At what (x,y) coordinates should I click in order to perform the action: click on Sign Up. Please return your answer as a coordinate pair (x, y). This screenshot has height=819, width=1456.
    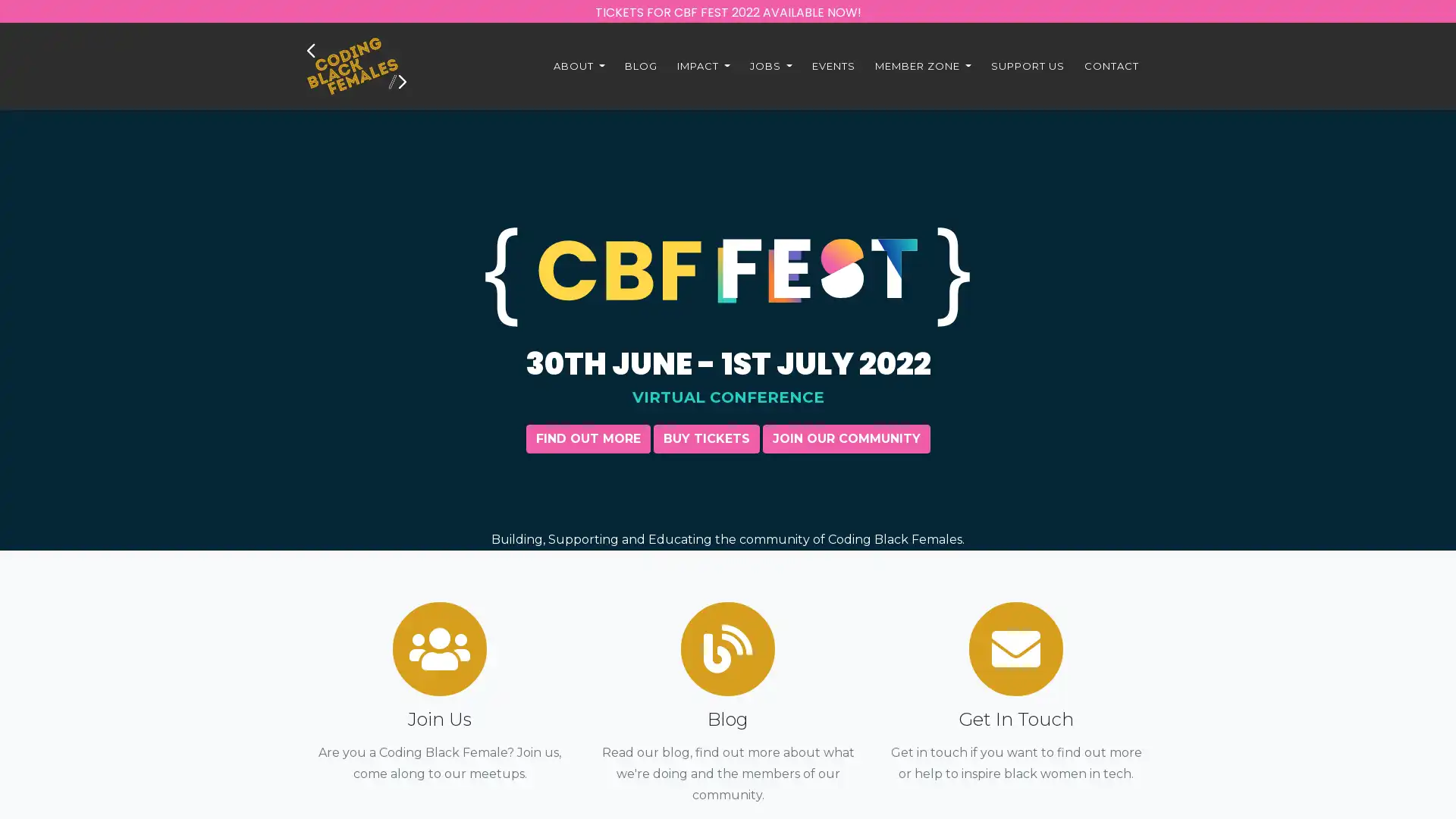
    Looking at the image, I should click on (728, 665).